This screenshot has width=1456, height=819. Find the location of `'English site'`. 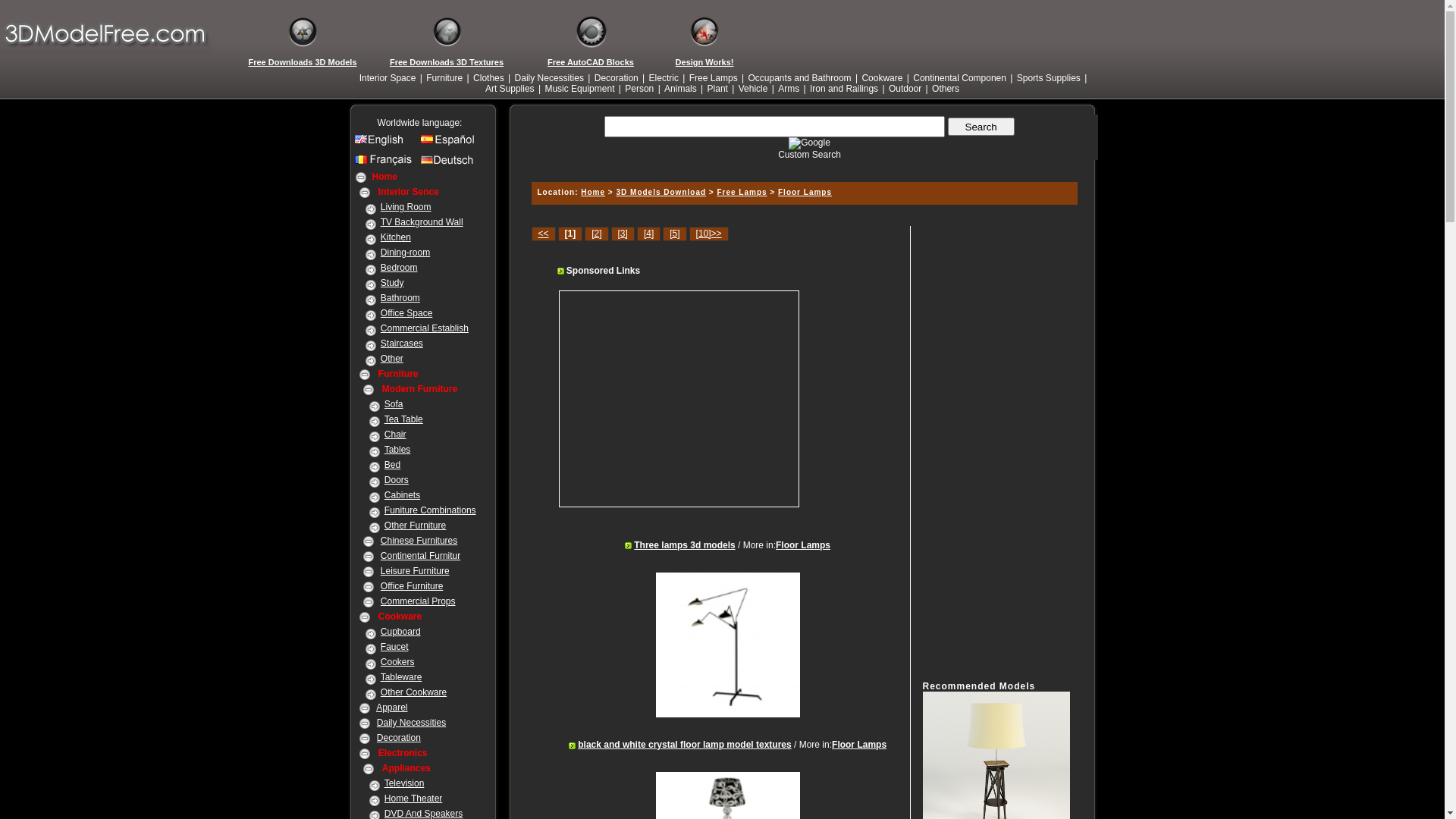

'English site' is located at coordinates (385, 143).